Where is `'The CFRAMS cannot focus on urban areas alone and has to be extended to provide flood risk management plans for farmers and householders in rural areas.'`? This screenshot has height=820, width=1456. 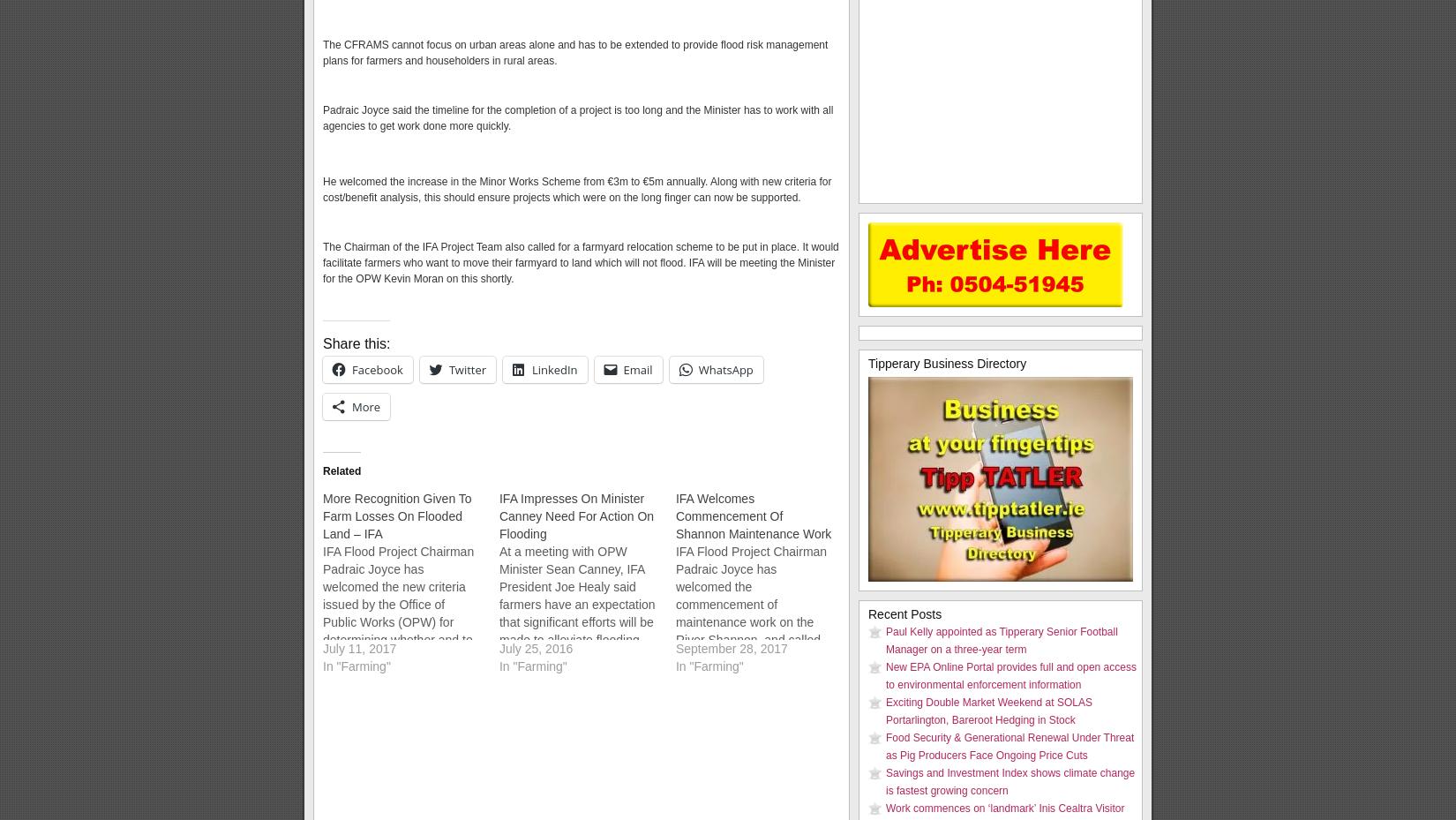
'The CFRAMS cannot focus on urban areas alone and has to be extended to provide flood risk management plans for farmers and householders in rural areas.' is located at coordinates (574, 52).